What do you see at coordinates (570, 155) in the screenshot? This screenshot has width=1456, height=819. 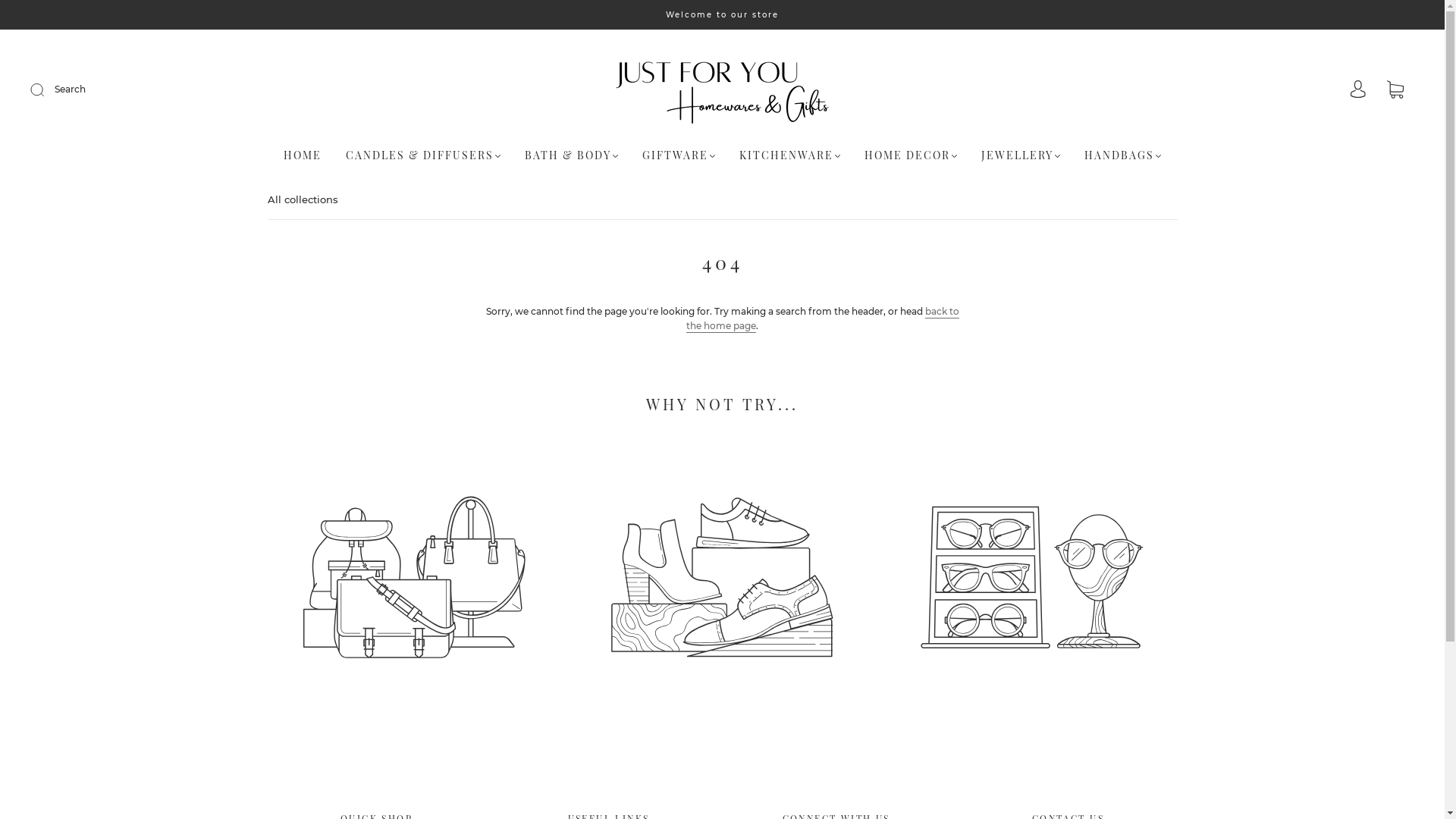 I see `'BATH & BODY'` at bounding box center [570, 155].